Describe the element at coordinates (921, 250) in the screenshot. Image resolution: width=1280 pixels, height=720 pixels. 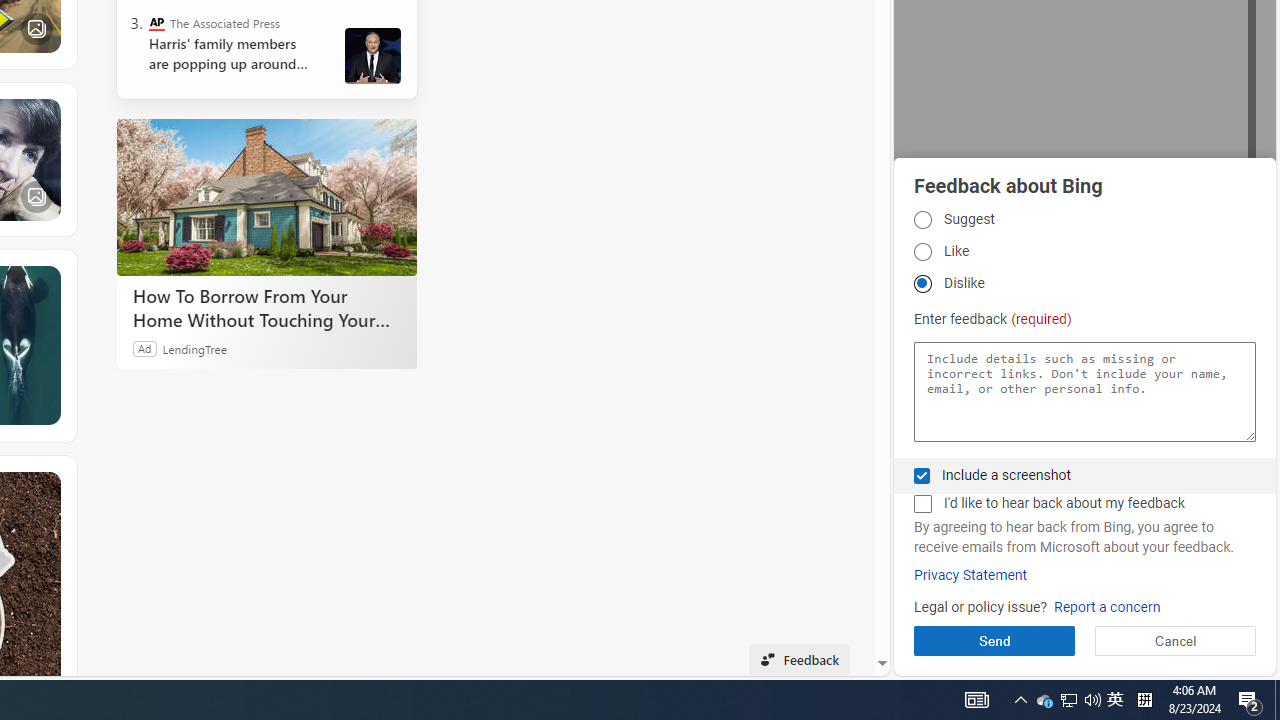
I see `'AutomationID: fbpgdgtp2'` at that location.